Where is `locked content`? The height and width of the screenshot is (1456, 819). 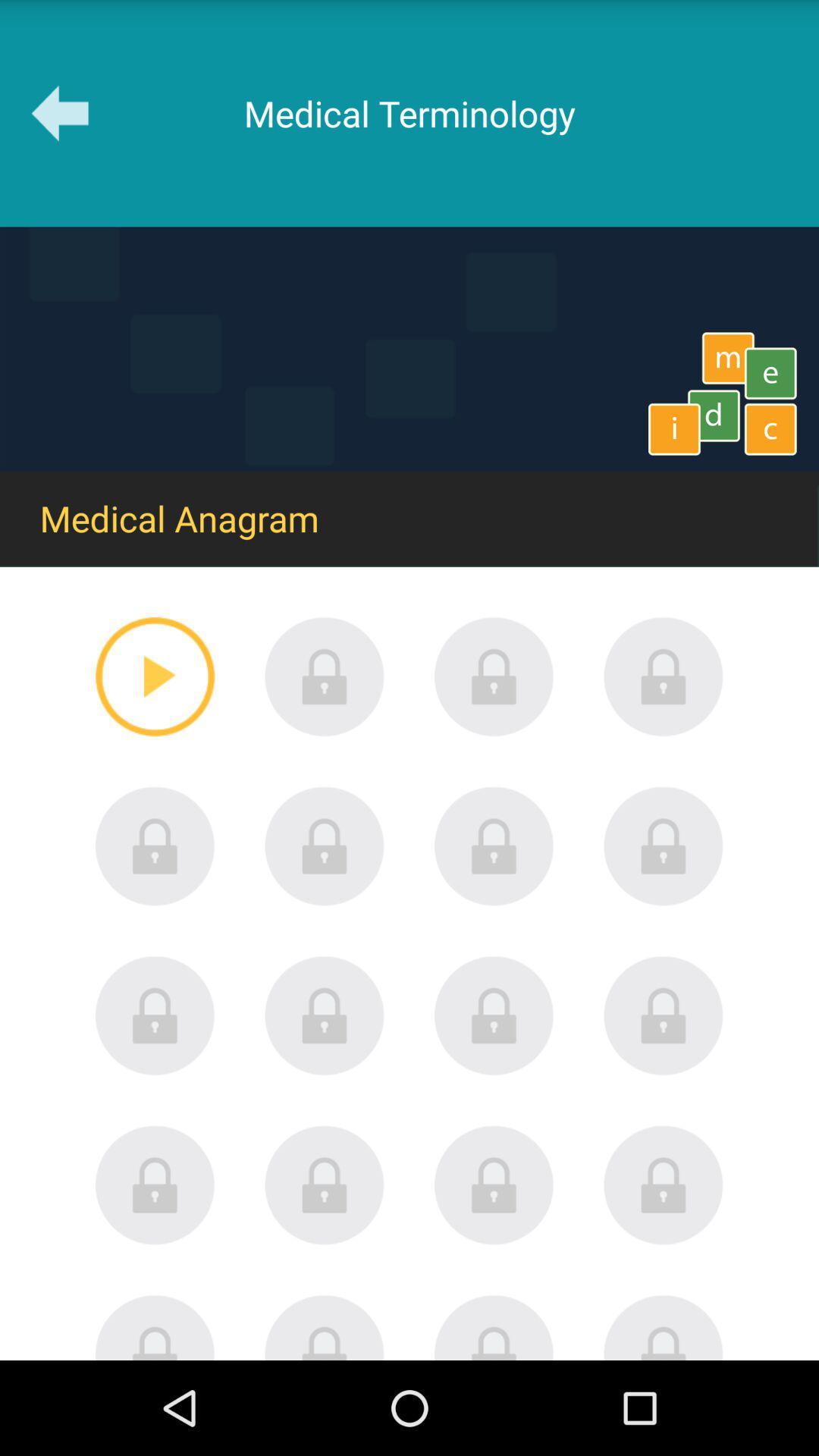
locked content is located at coordinates (494, 1326).